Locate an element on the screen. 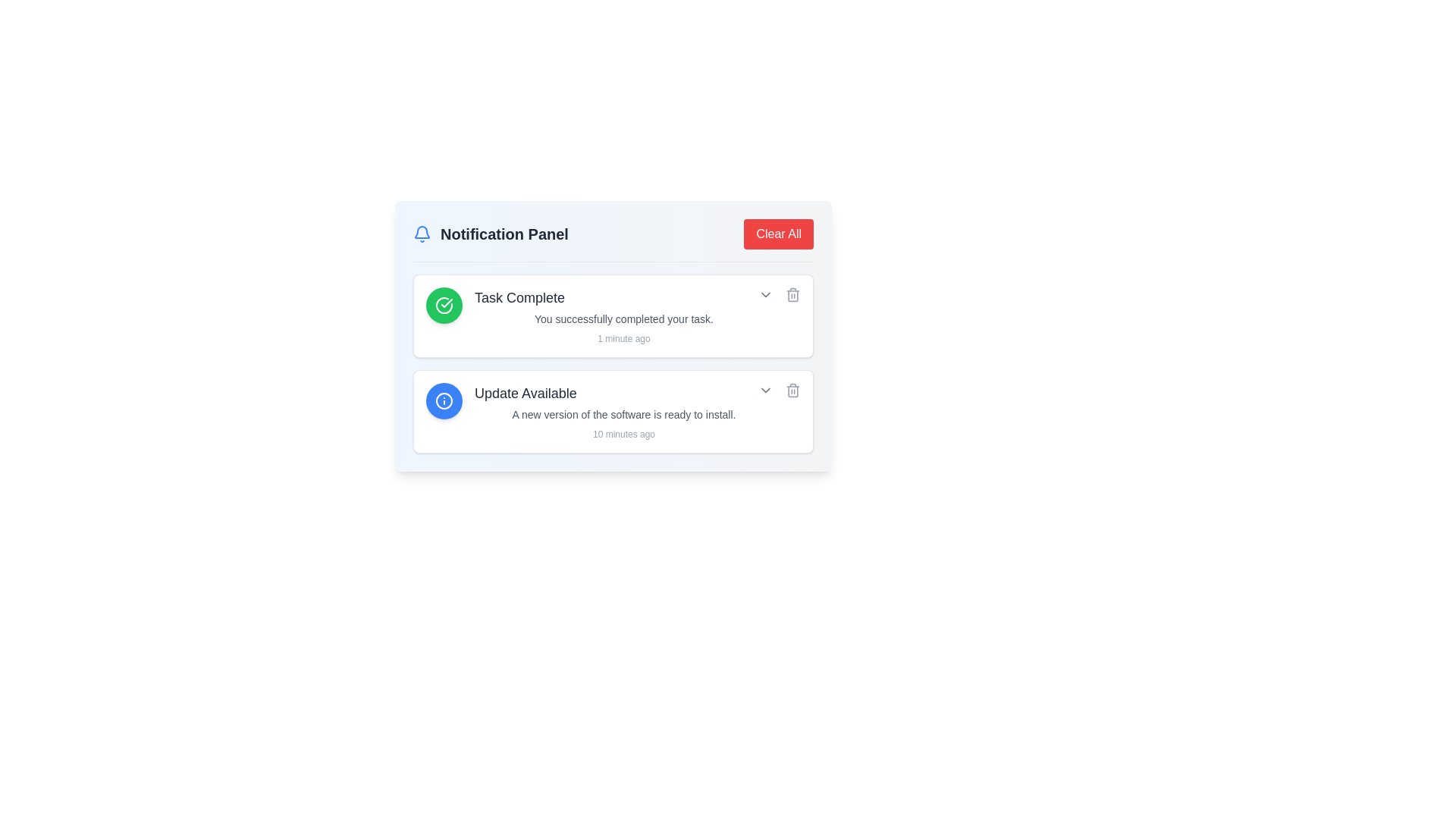 Image resolution: width=1456 pixels, height=819 pixels. the centrally located trash bin icon in the 'Update Available' notification box, which symbolizes the delete or remove function is located at coordinates (792, 391).